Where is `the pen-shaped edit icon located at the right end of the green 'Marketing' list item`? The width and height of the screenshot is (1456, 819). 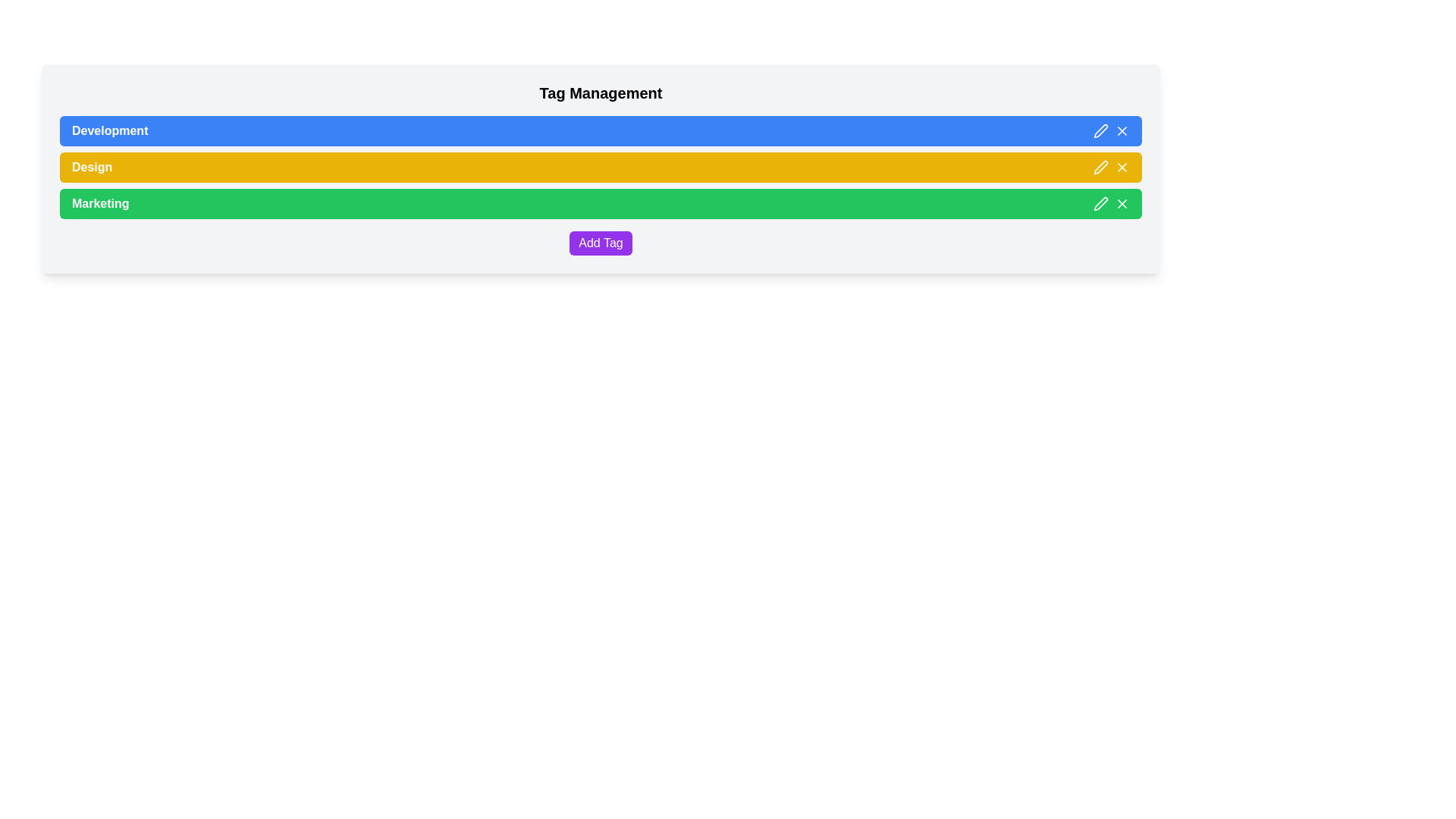
the pen-shaped edit icon located at the right end of the green 'Marketing' list item is located at coordinates (1100, 202).